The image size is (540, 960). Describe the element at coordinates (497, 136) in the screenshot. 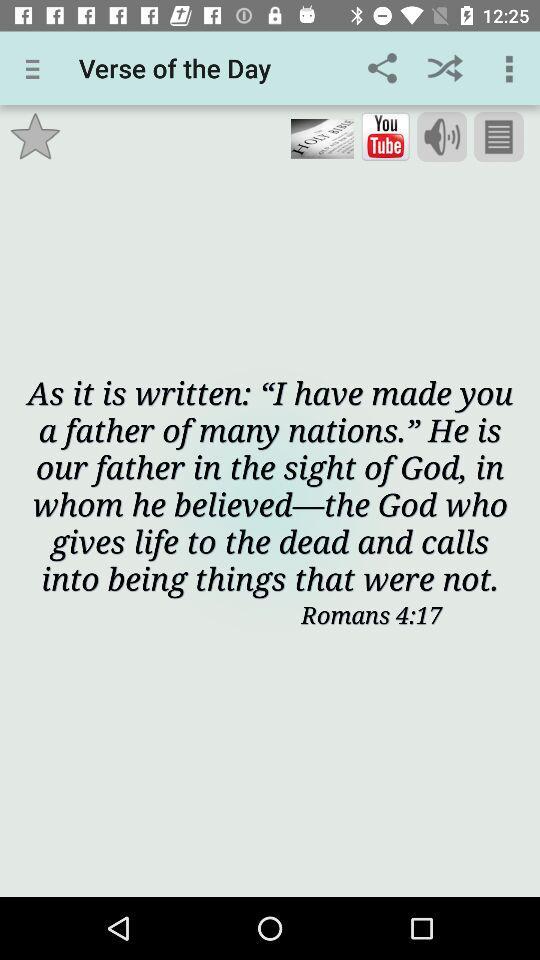

I see `the description icon` at that location.